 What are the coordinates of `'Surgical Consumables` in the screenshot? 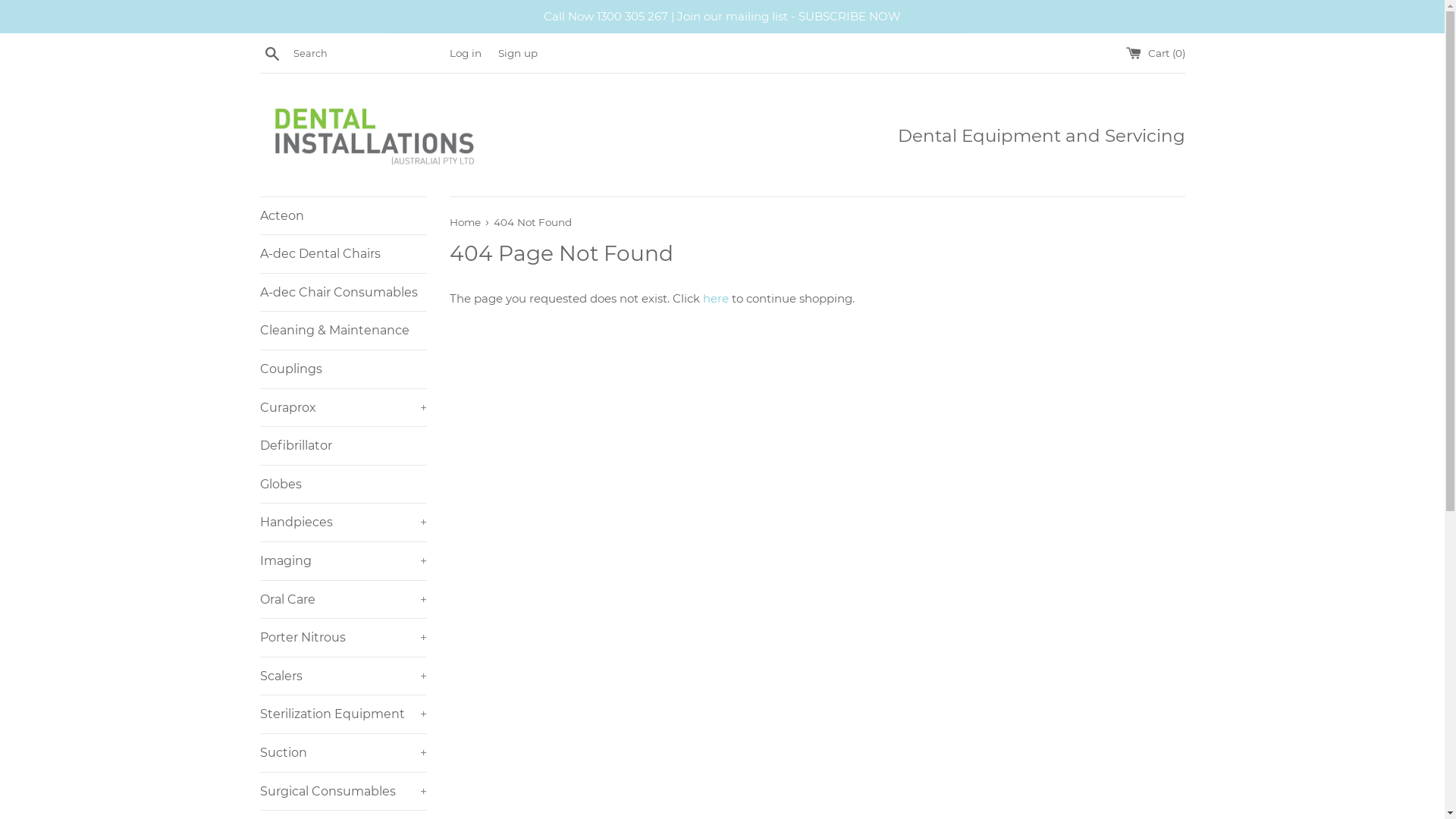 It's located at (341, 791).